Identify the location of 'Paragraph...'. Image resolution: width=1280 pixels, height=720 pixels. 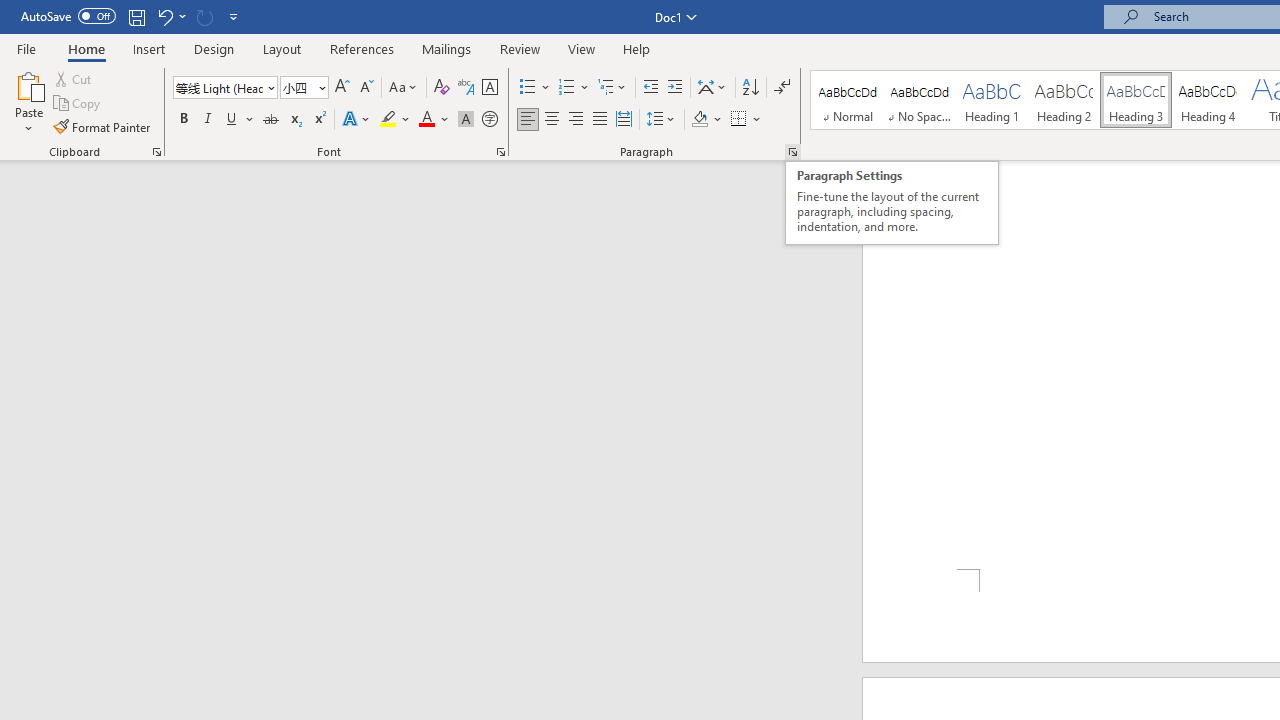
(791, 150).